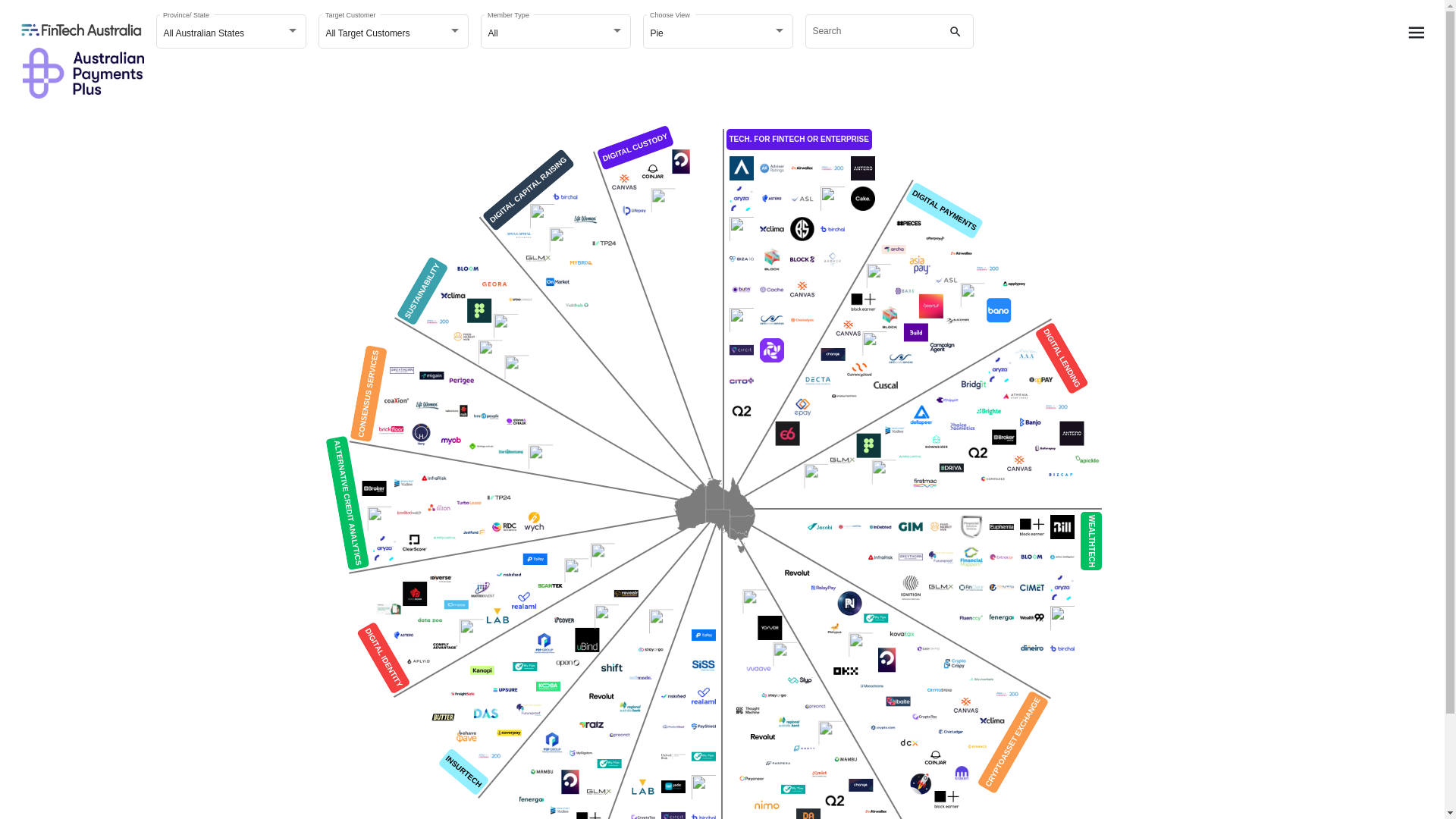  Describe the element at coordinates (941, 347) in the screenshot. I see `'Campaignagent'` at that location.